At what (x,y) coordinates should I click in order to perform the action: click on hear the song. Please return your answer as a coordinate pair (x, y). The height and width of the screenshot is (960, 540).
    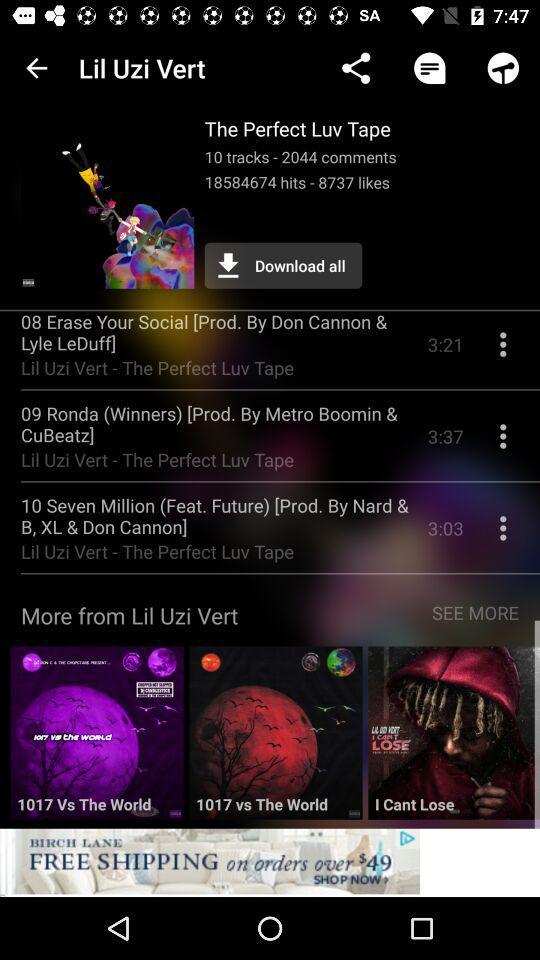
    Looking at the image, I should click on (96, 739).